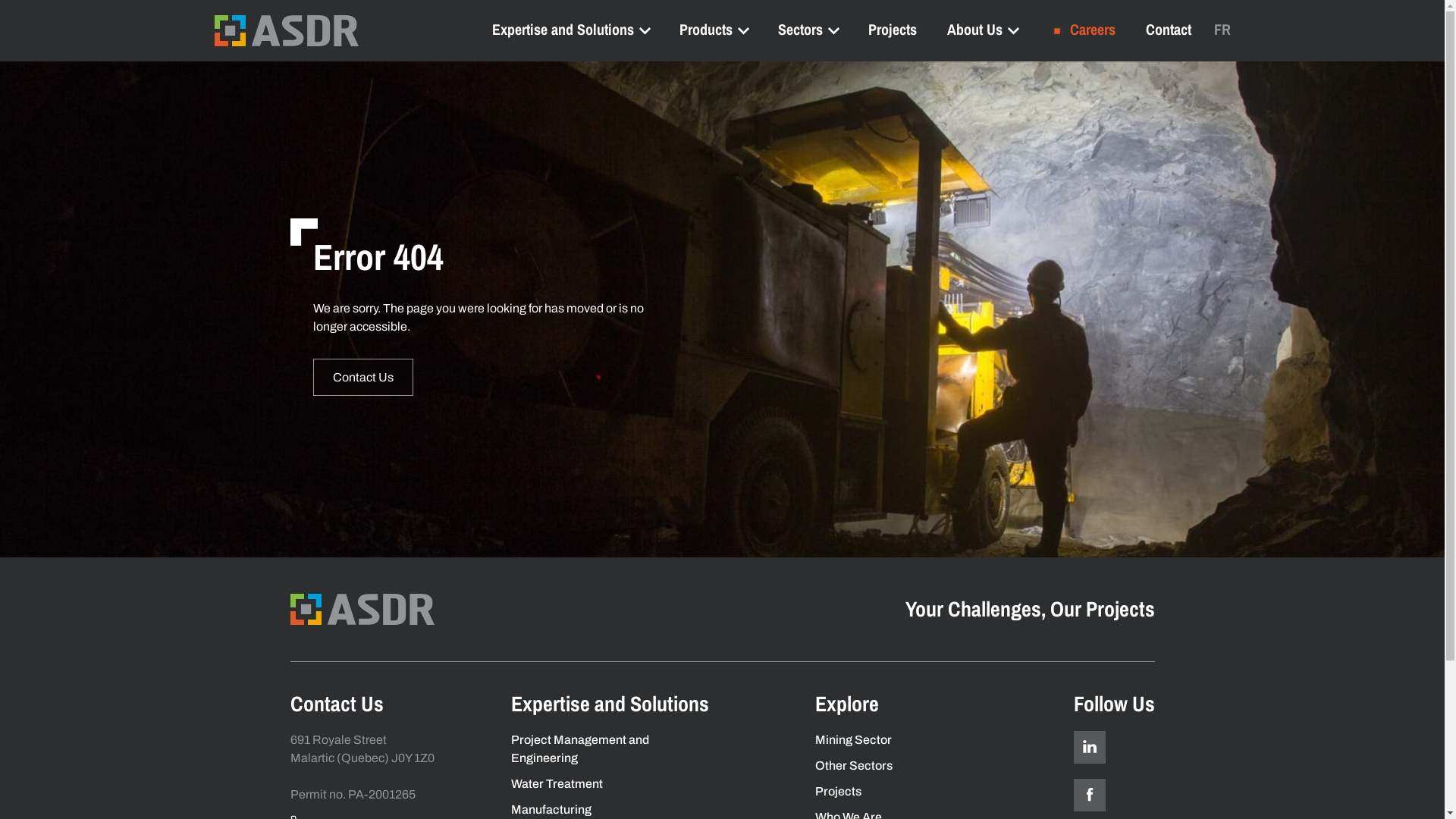 The width and height of the screenshot is (1456, 819). I want to click on 'Water Treatment', so click(556, 783).